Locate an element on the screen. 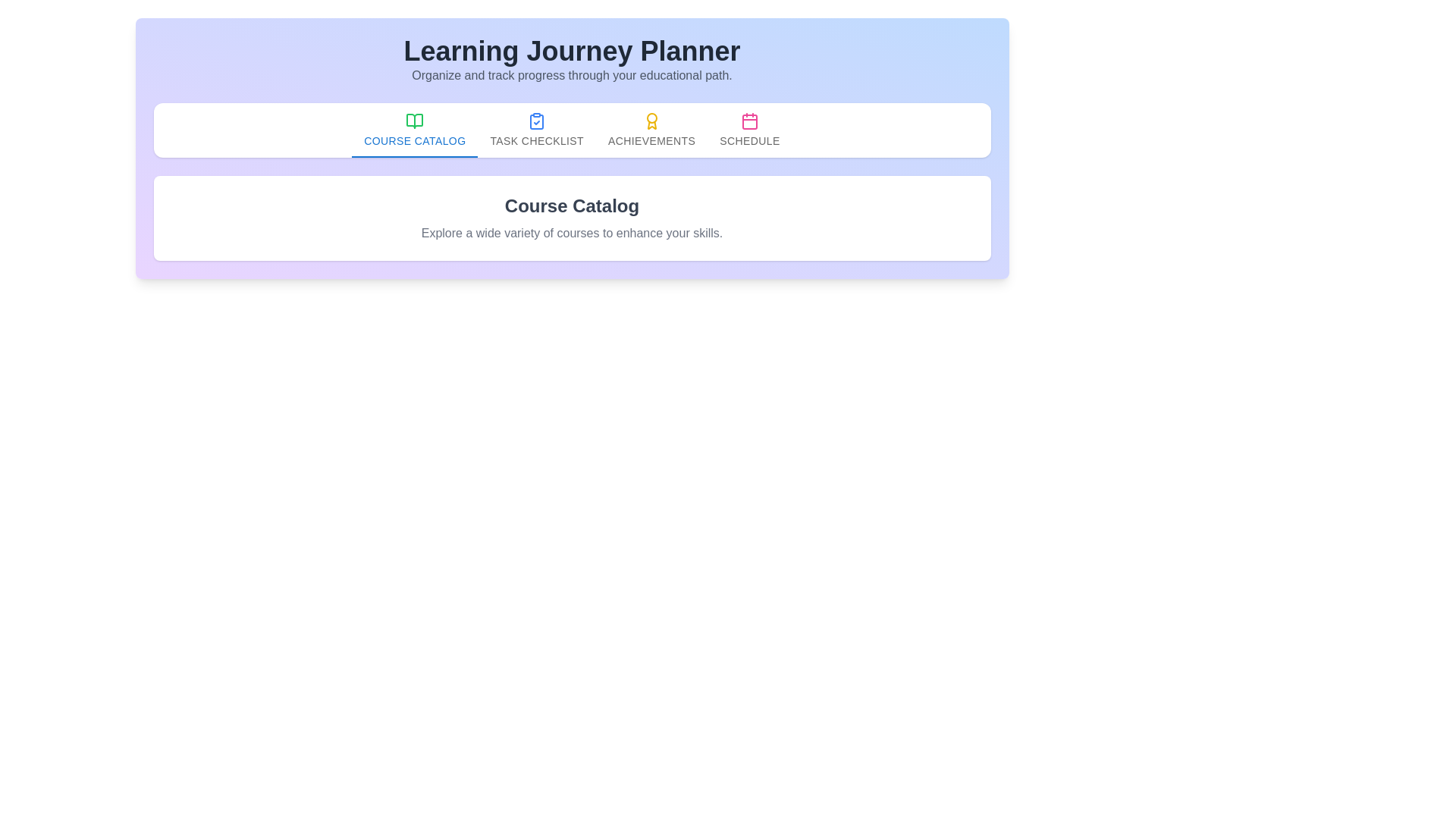  header text for the 'Course Catalog' section, which is centrally located below the primary navigation tabs is located at coordinates (571, 206).